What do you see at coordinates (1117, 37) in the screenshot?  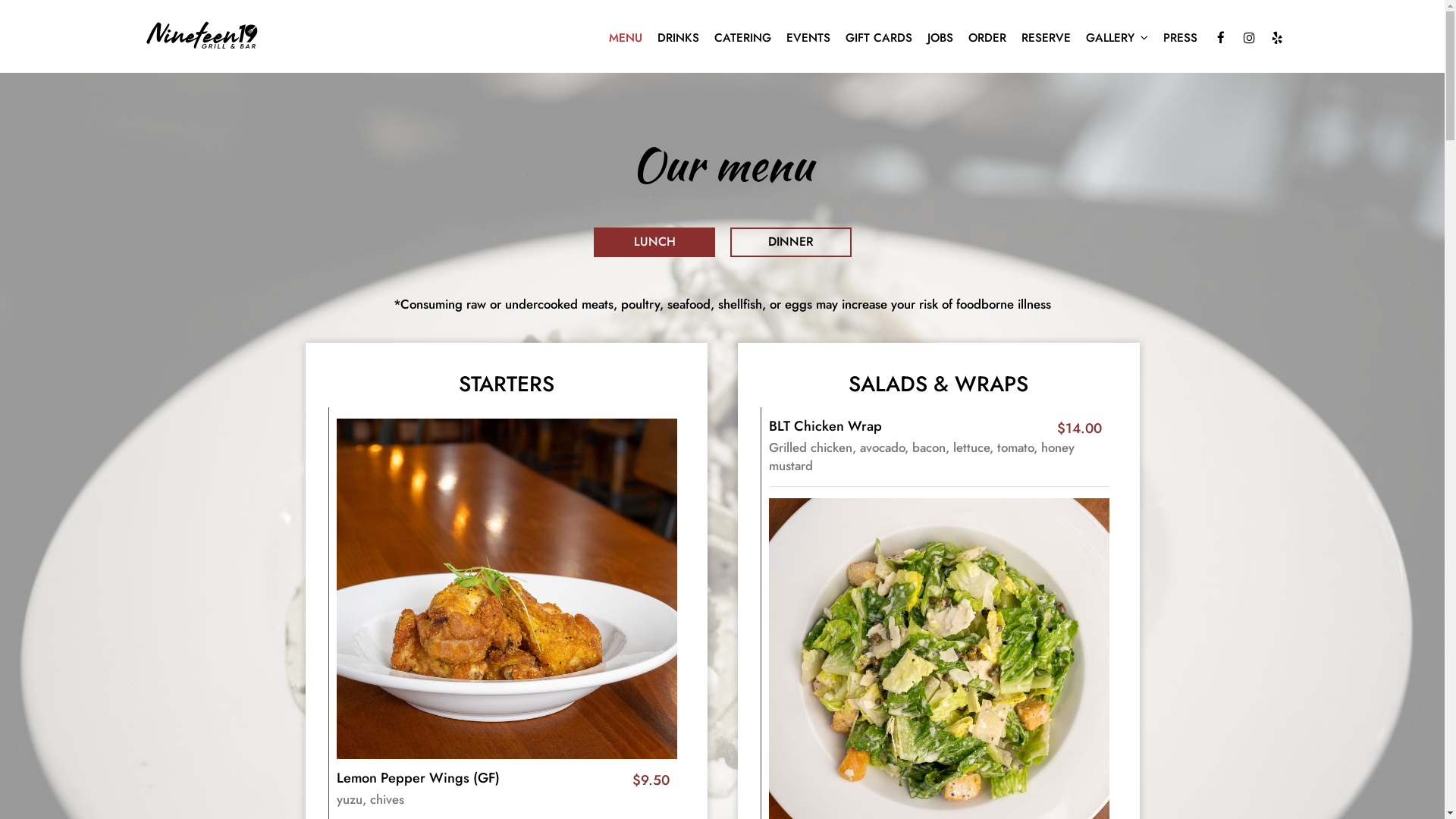 I see `'GALLERY'` at bounding box center [1117, 37].